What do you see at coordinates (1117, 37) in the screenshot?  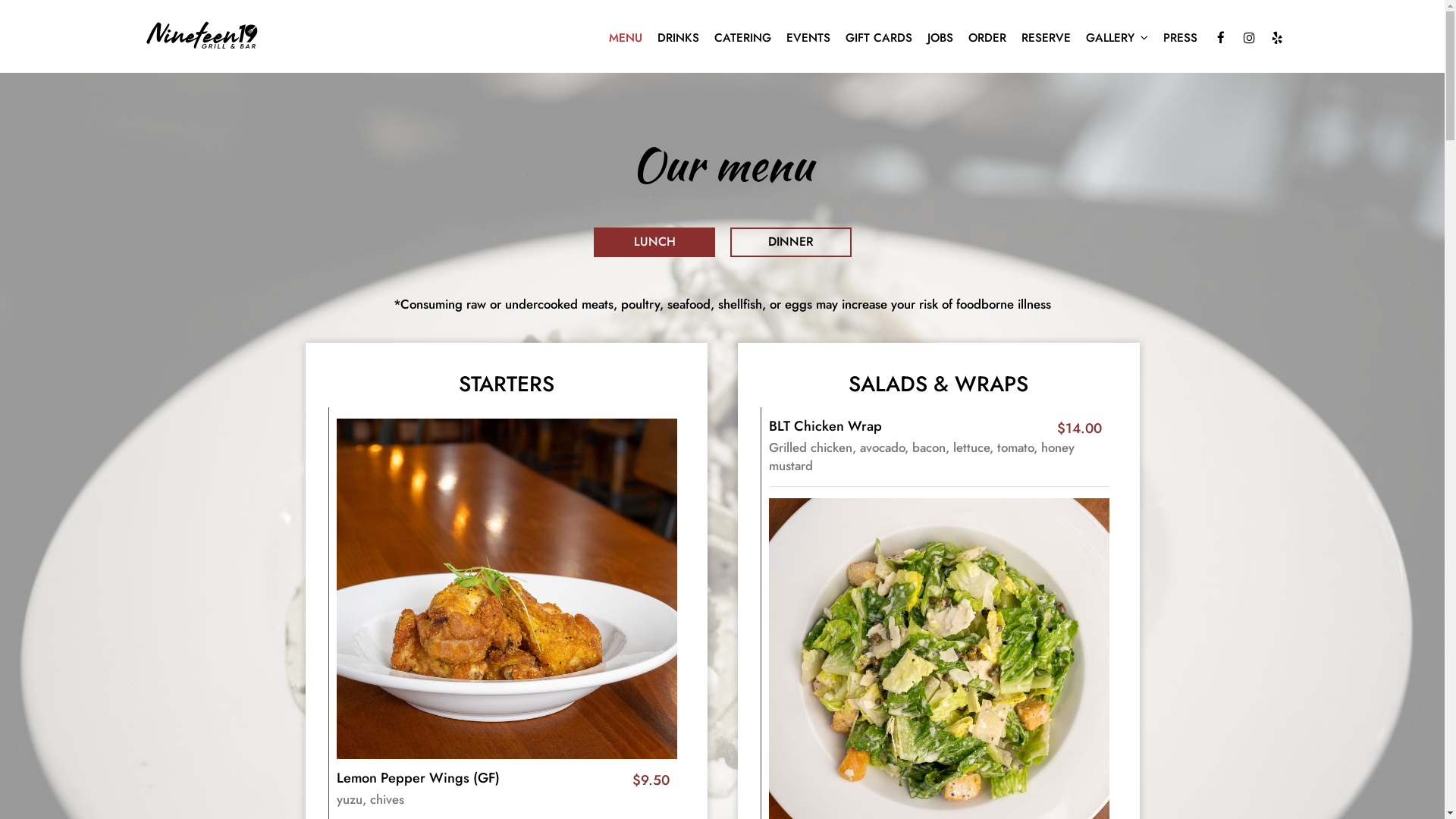 I see `'GALLERY'` at bounding box center [1117, 37].